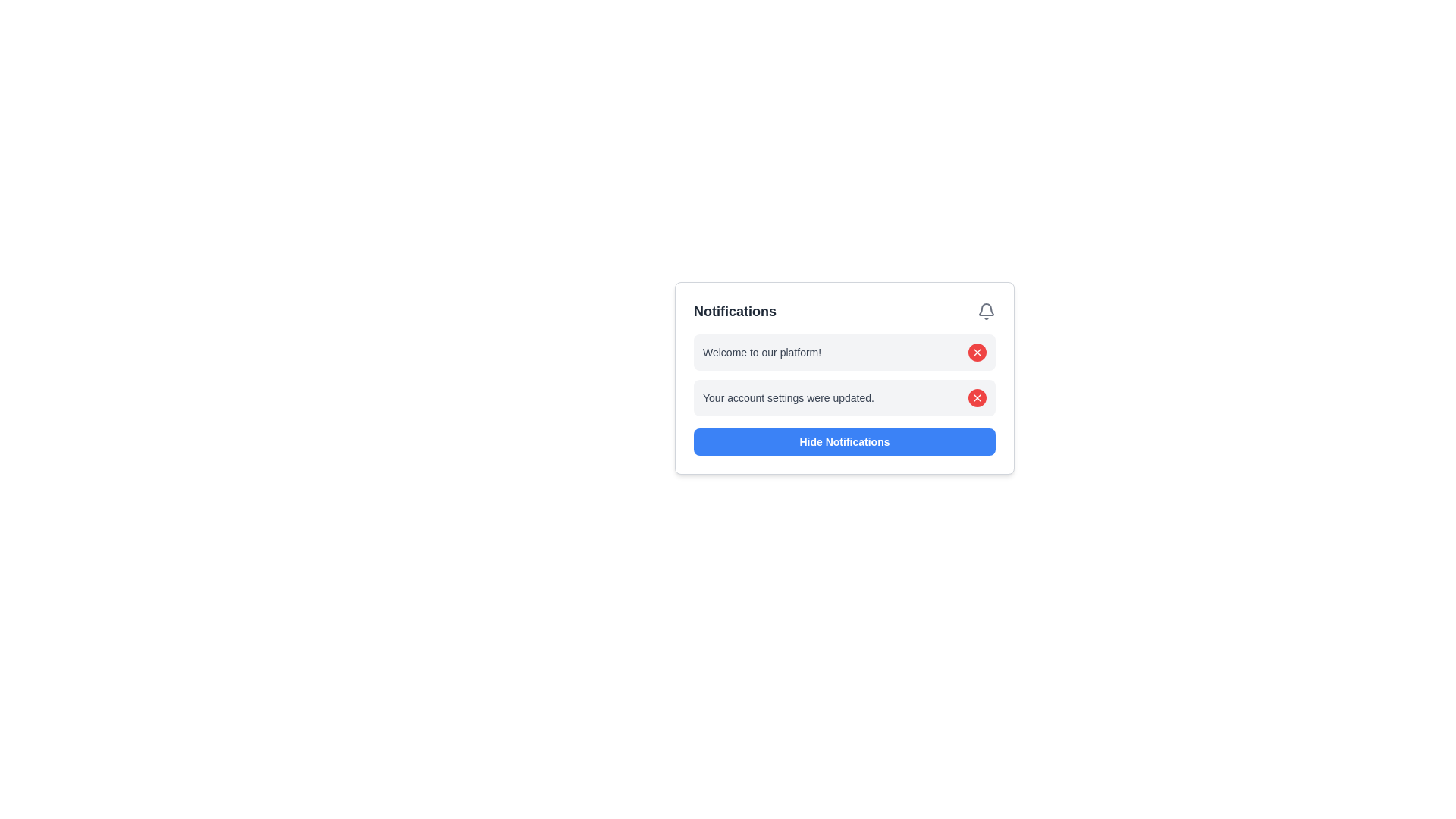  What do you see at coordinates (977, 353) in the screenshot?
I see `the circular red close button with an 'X' icon in the top-right corner of the notification message for keyboard interaction` at bounding box center [977, 353].